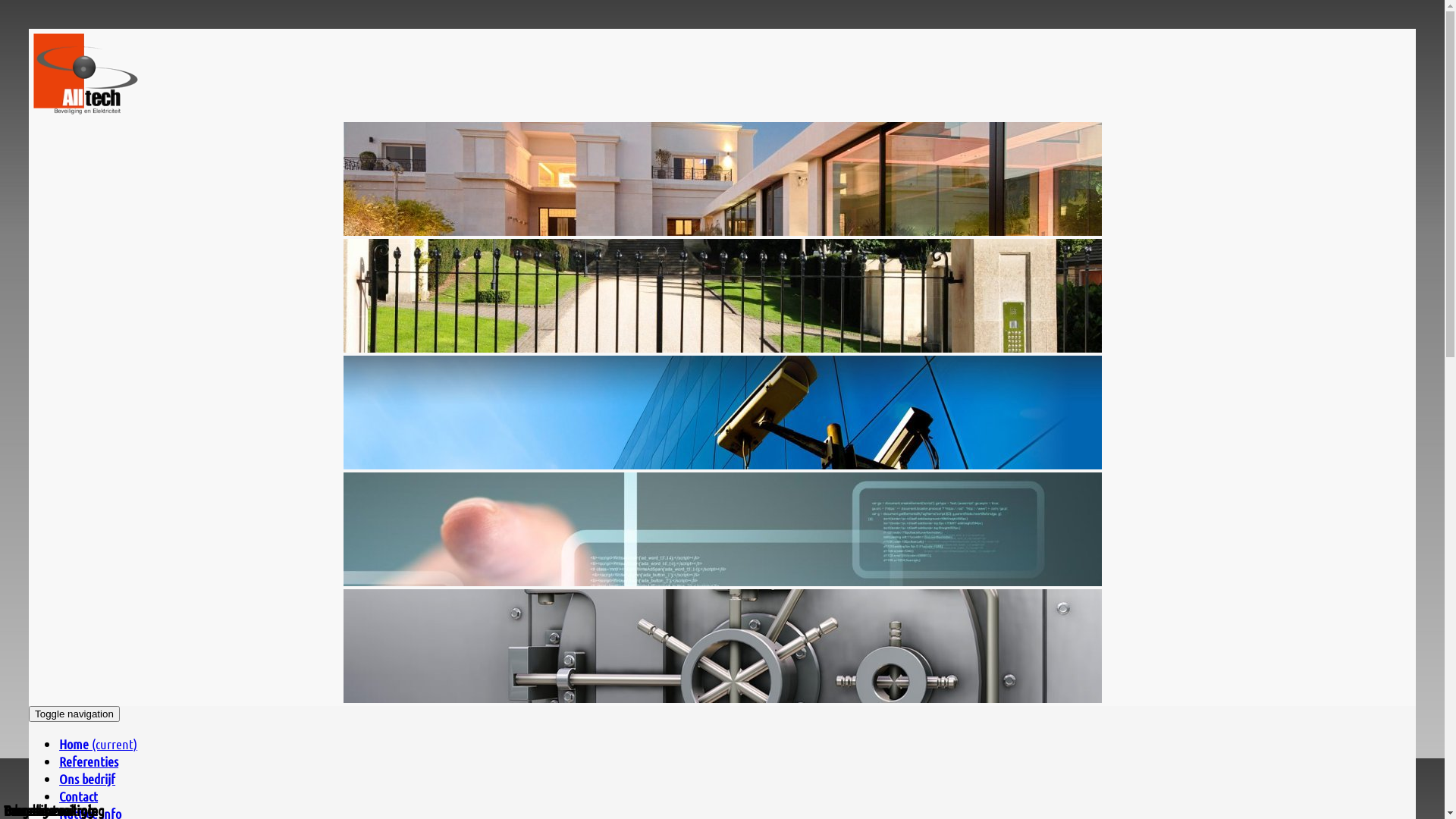 The height and width of the screenshot is (819, 1456). What do you see at coordinates (97, 742) in the screenshot?
I see `'Home (current)'` at bounding box center [97, 742].